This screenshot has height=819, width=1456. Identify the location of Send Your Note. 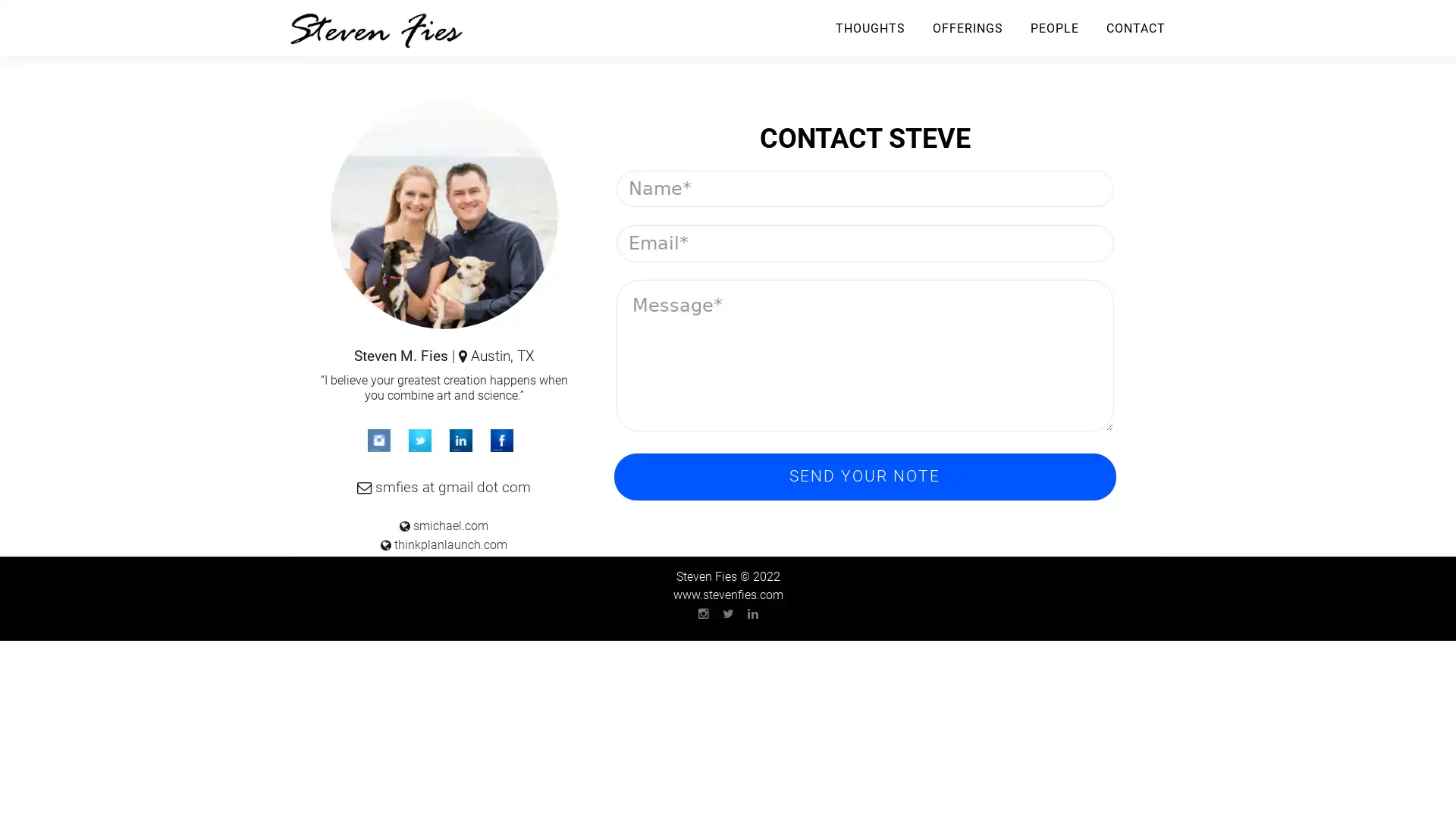
(864, 475).